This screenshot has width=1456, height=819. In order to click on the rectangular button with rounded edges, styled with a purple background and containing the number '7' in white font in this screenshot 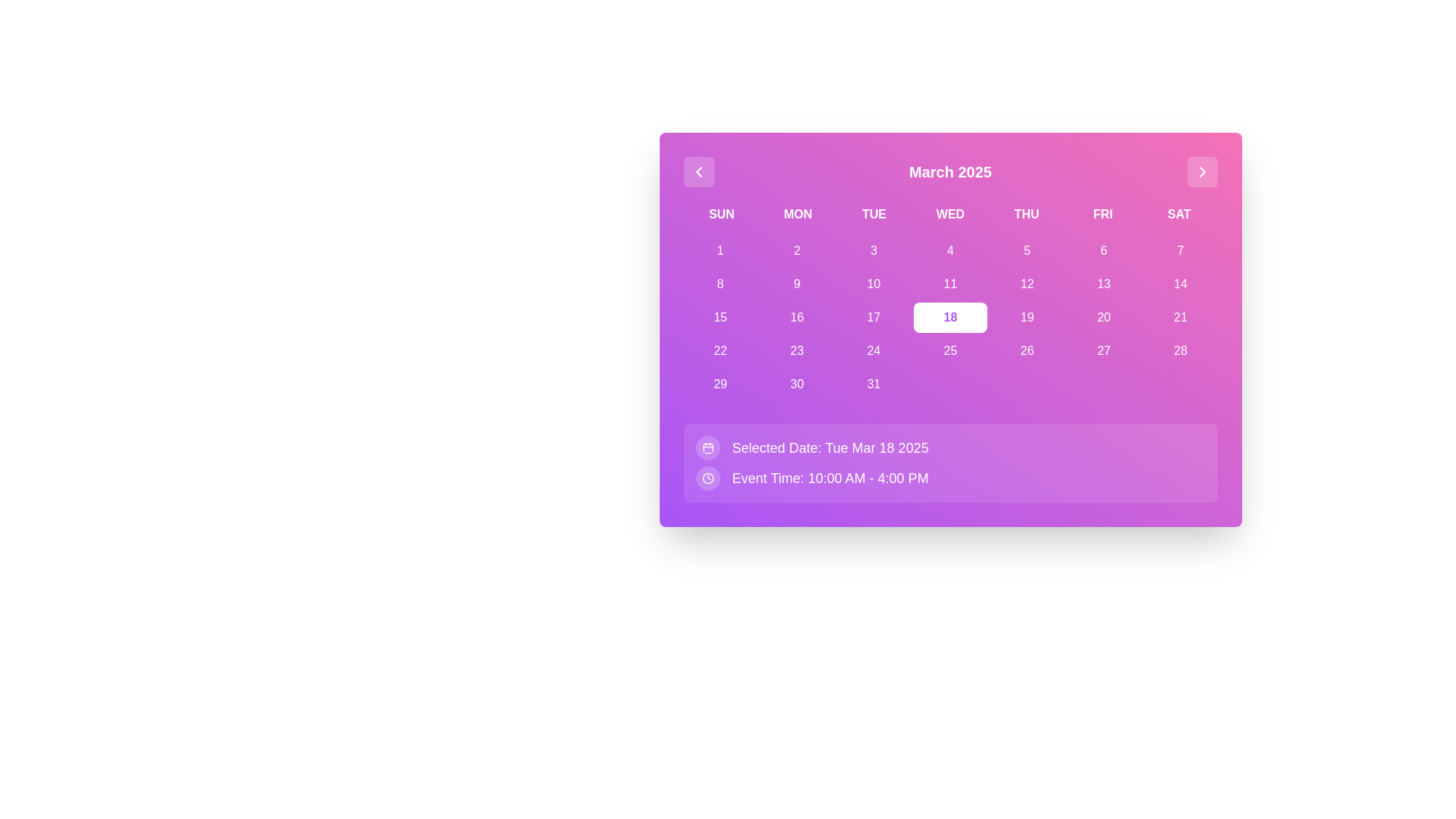, I will do `click(1179, 250)`.